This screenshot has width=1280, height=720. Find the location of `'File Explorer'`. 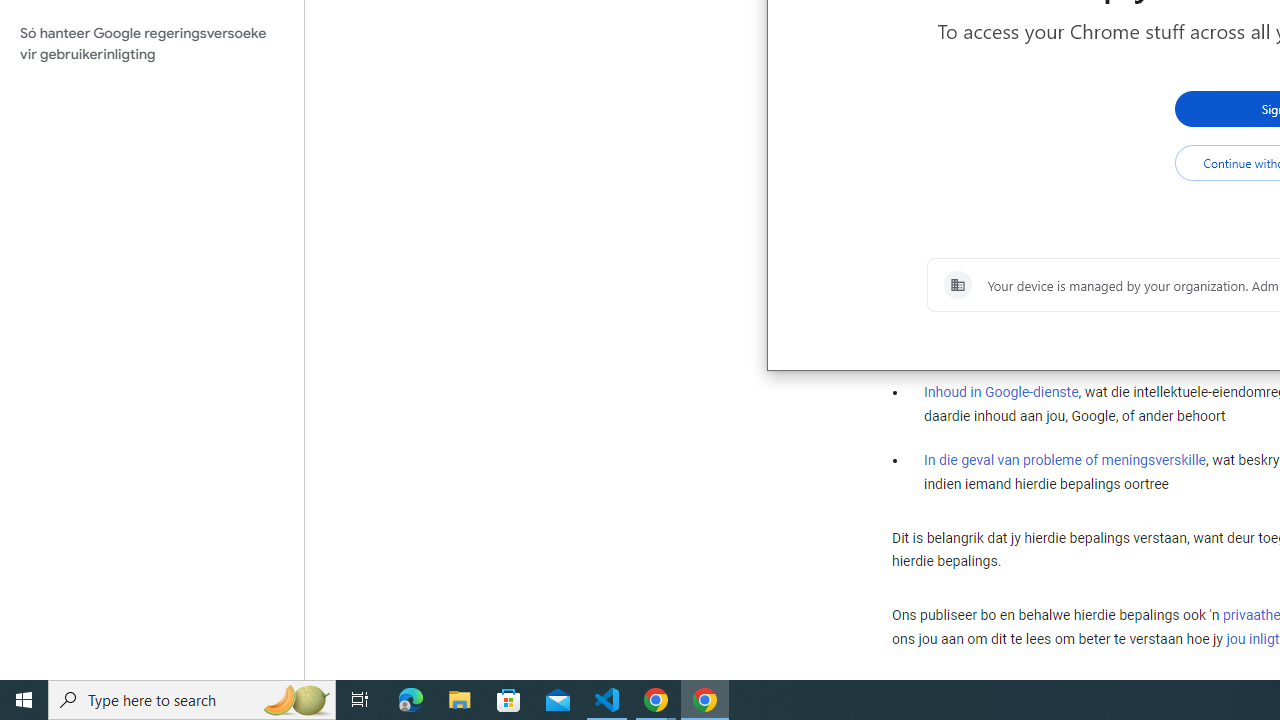

'File Explorer' is located at coordinates (459, 698).